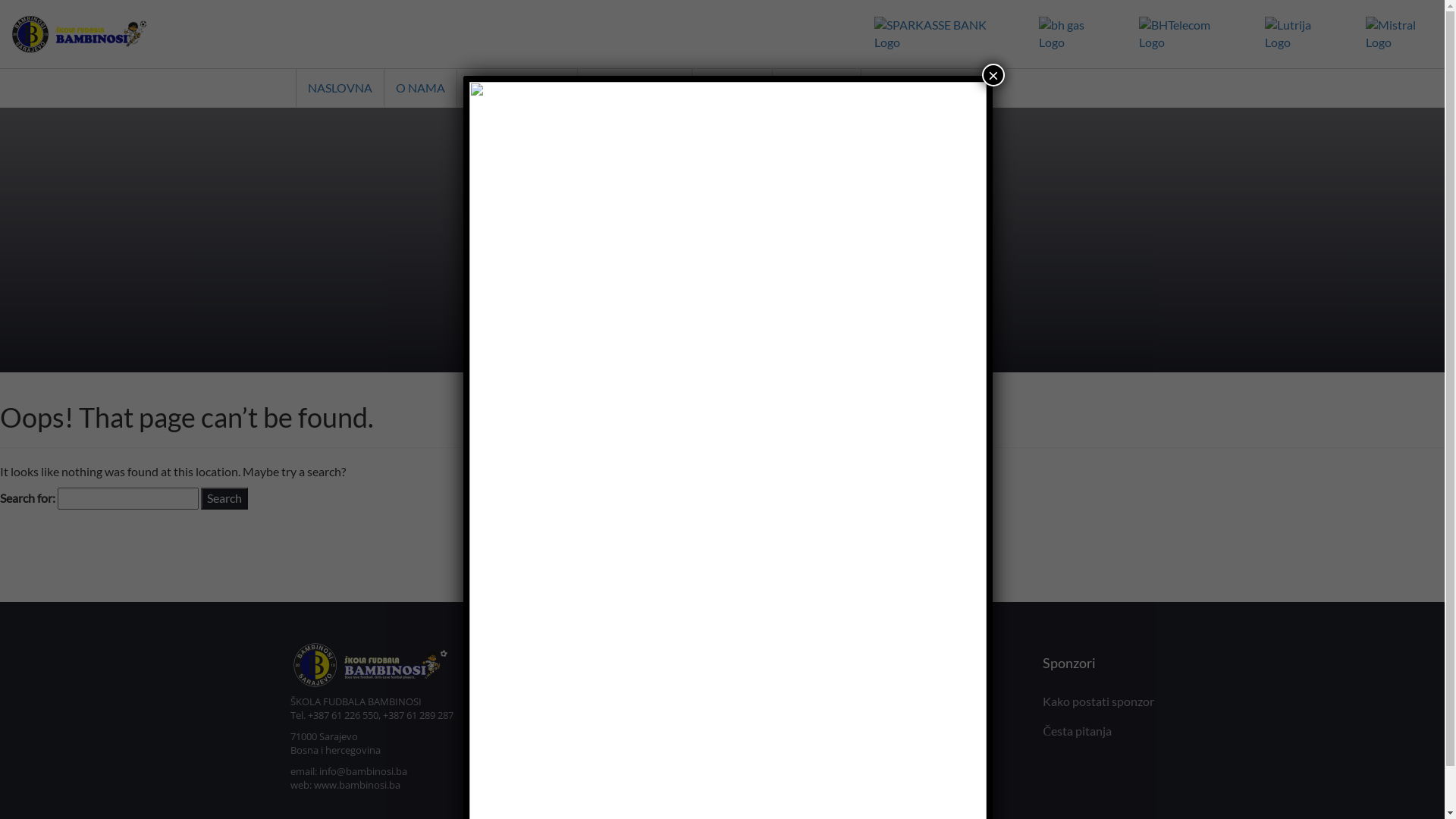 The width and height of the screenshot is (1456, 819). Describe the element at coordinates (875, 701) in the screenshot. I see `'Selekcije'` at that location.